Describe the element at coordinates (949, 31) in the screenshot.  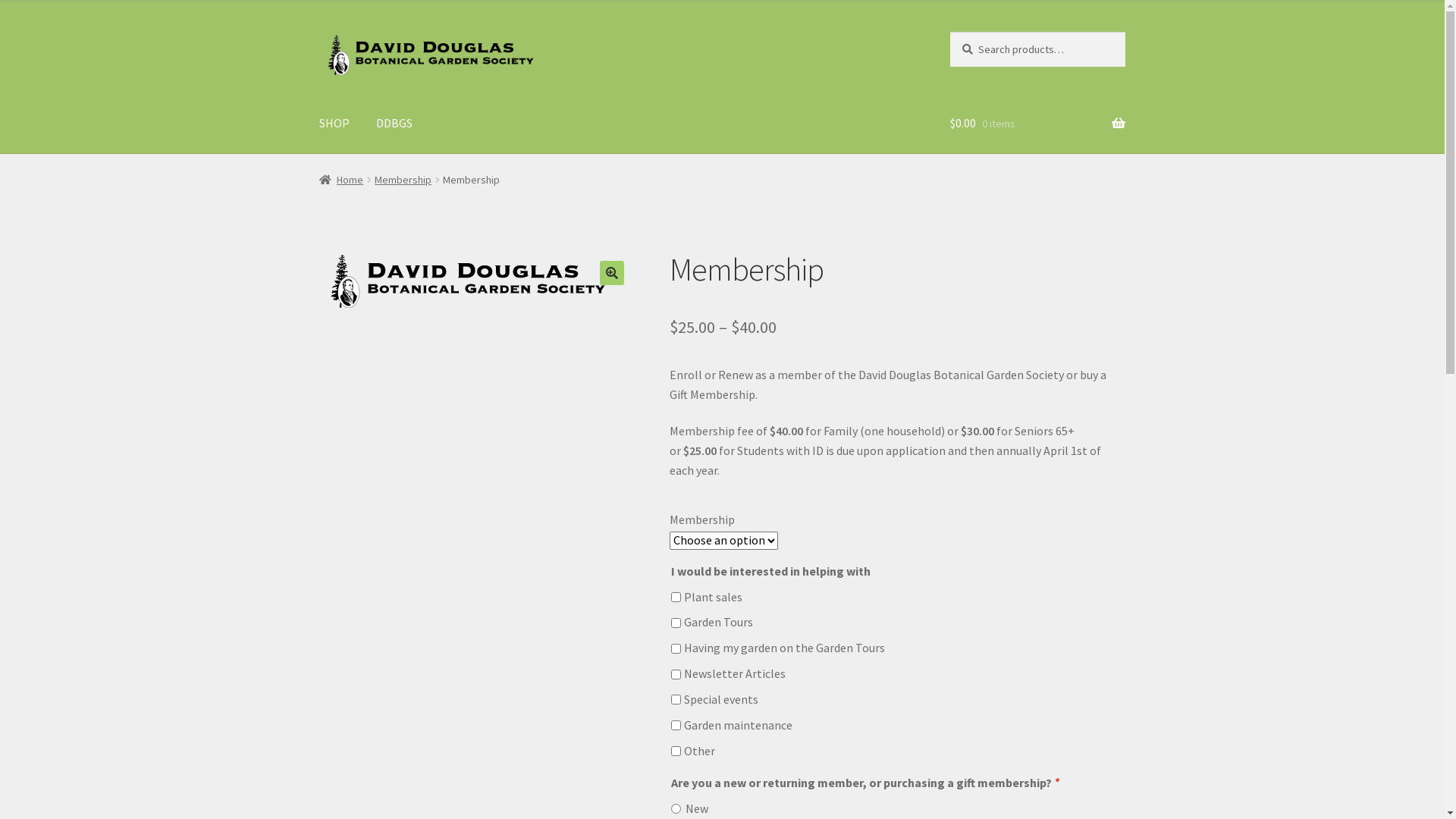
I see `'Search'` at that location.